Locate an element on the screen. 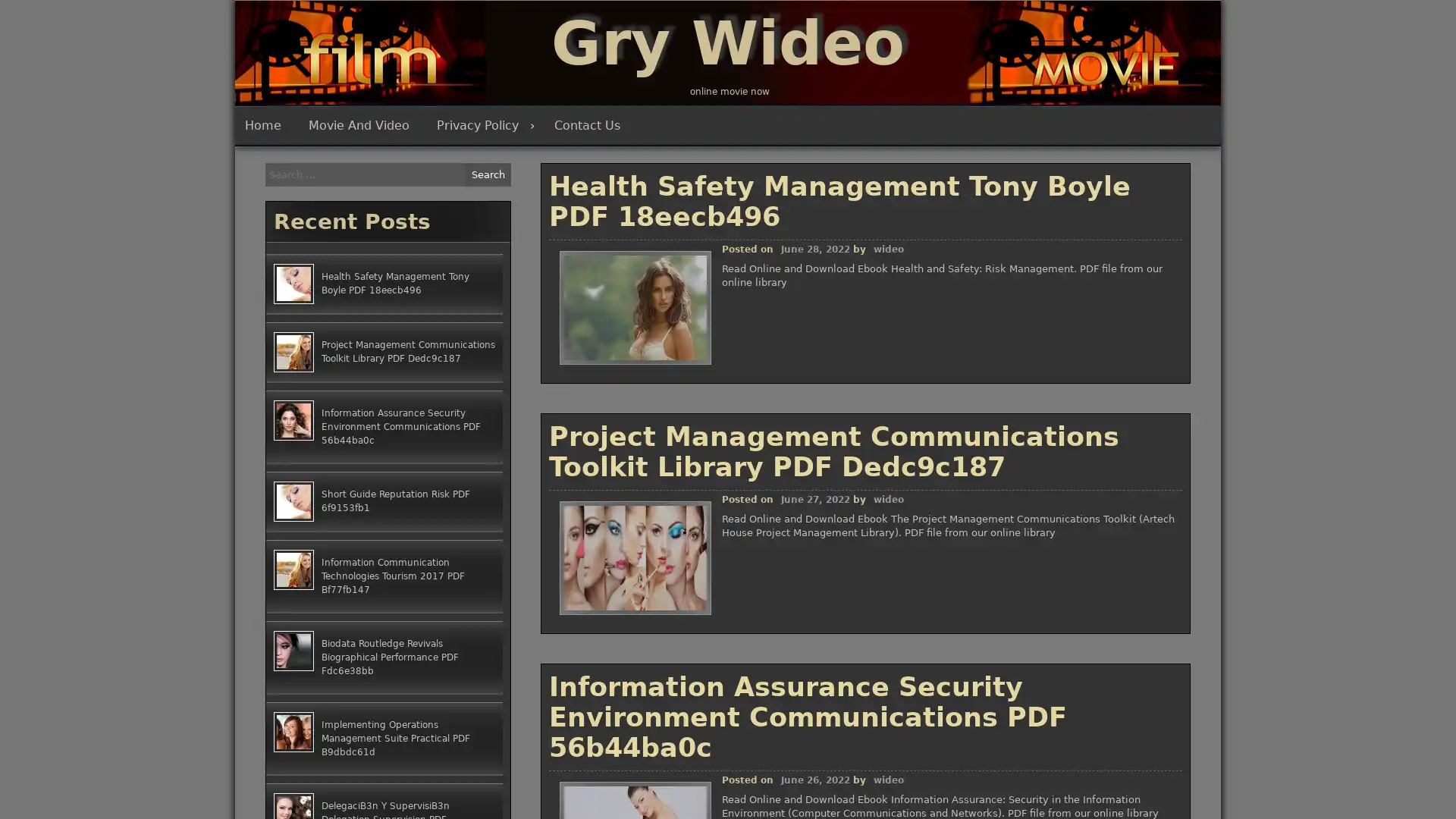  Search is located at coordinates (488, 174).